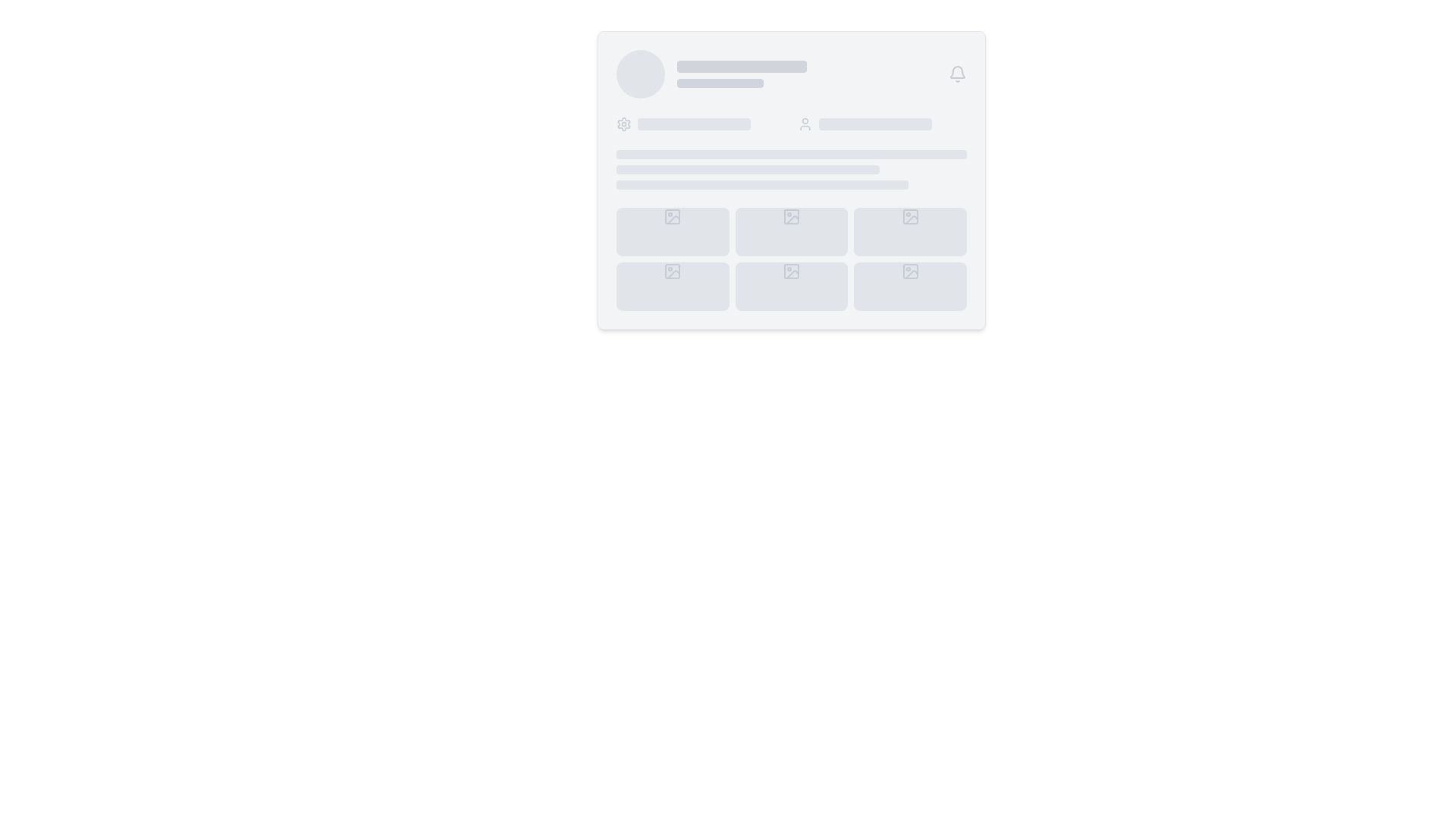  I want to click on the central placeholder image located in the middle row and middle column of a 2x3 grid structure, so click(792, 220).